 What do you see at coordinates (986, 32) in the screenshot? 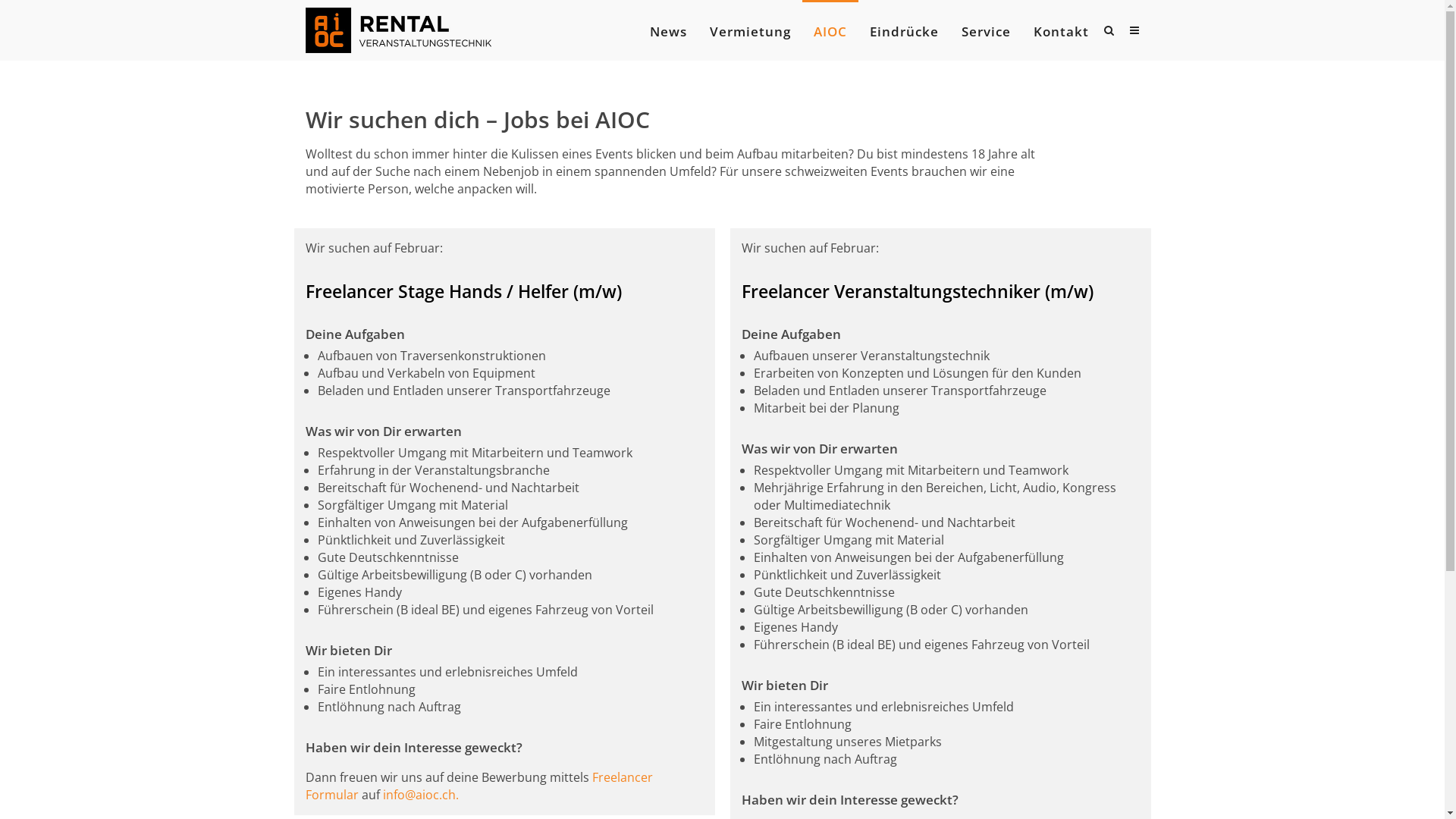
I see `'Service'` at bounding box center [986, 32].